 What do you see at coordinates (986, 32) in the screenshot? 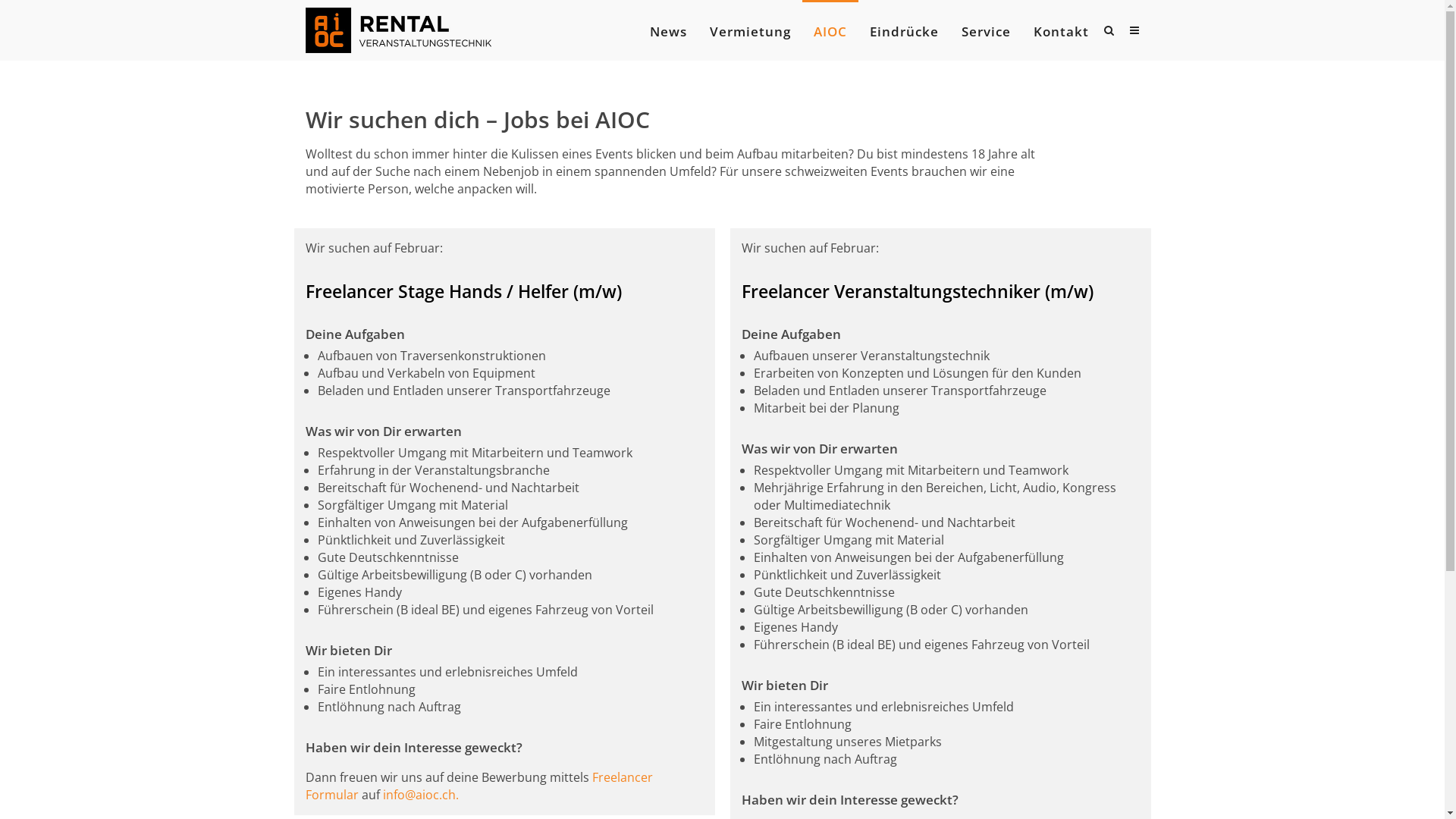
I see `'Service'` at bounding box center [986, 32].